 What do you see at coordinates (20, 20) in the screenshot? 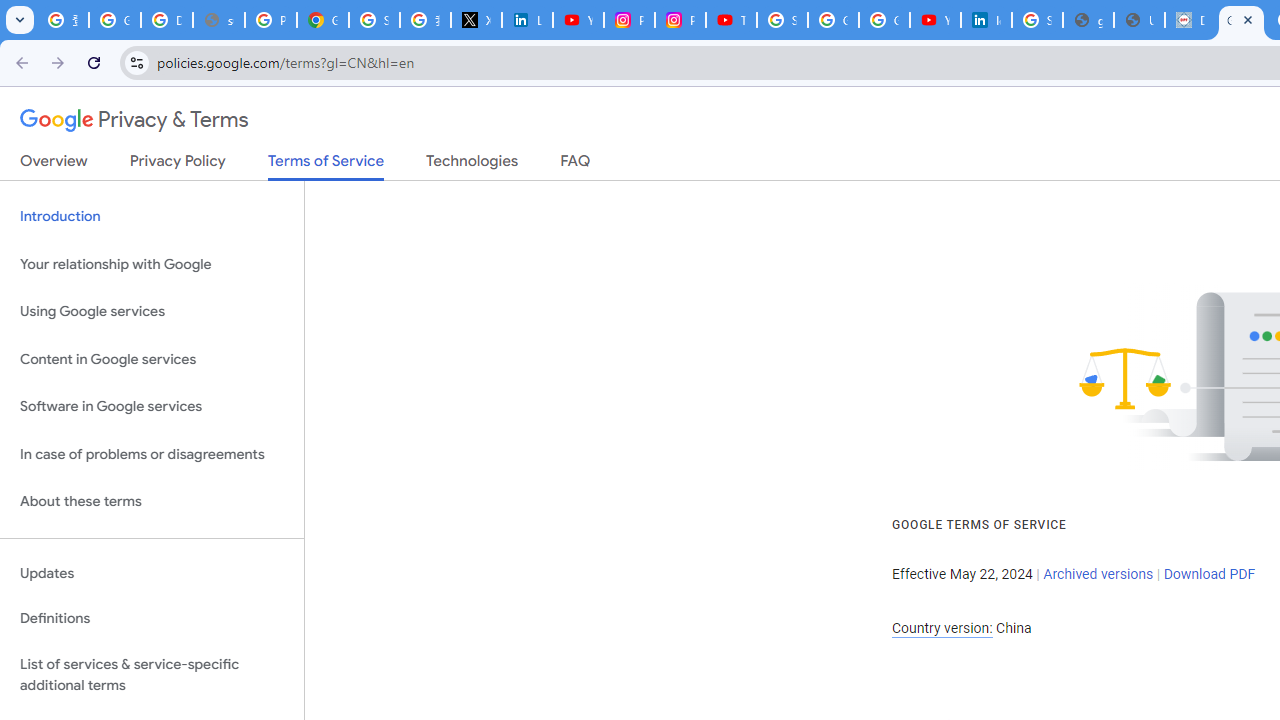
I see `'Search tabs'` at bounding box center [20, 20].